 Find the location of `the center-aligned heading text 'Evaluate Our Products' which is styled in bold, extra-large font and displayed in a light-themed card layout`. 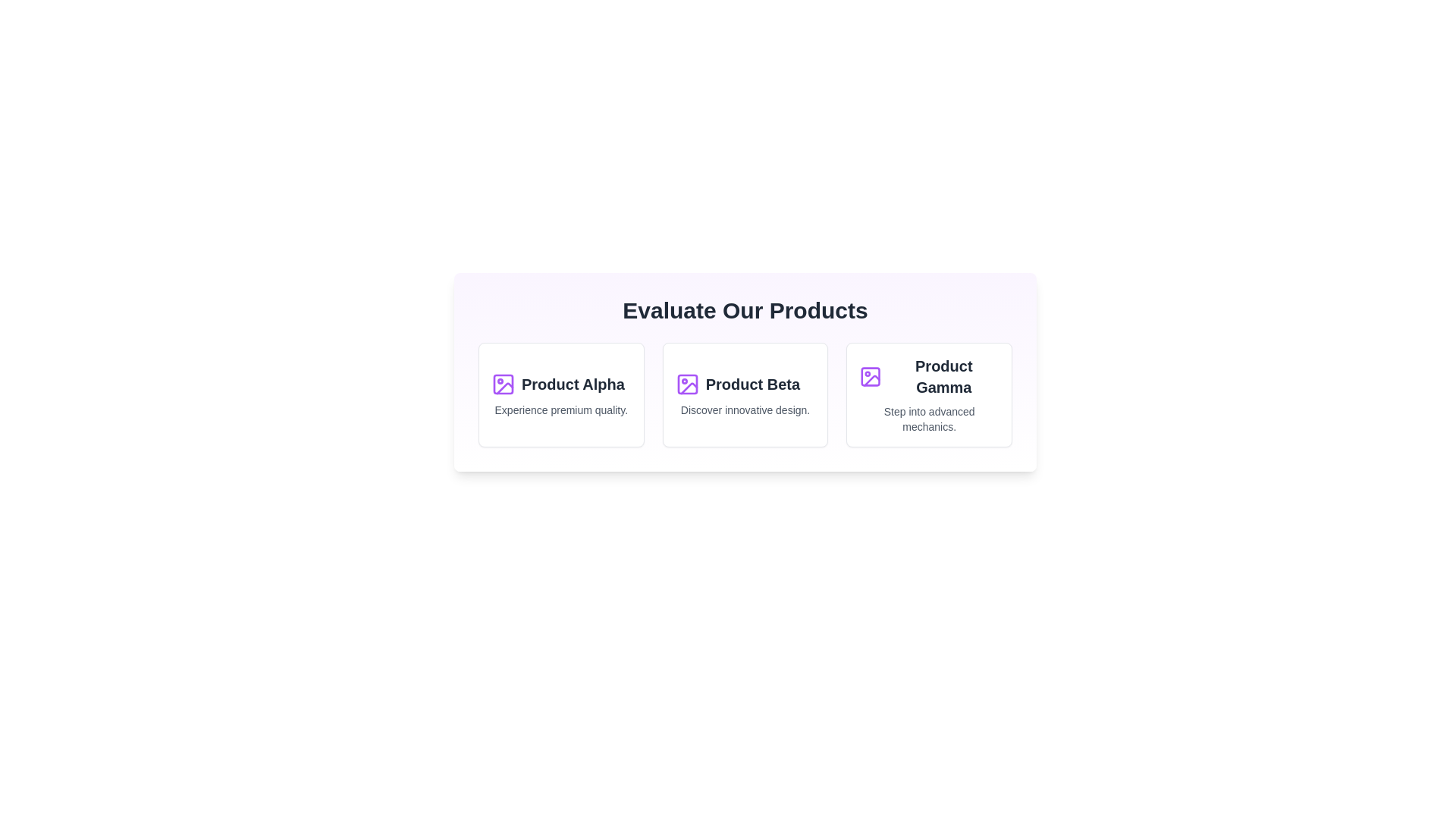

the center-aligned heading text 'Evaluate Our Products' which is styled in bold, extra-large font and displayed in a light-themed card layout is located at coordinates (745, 309).